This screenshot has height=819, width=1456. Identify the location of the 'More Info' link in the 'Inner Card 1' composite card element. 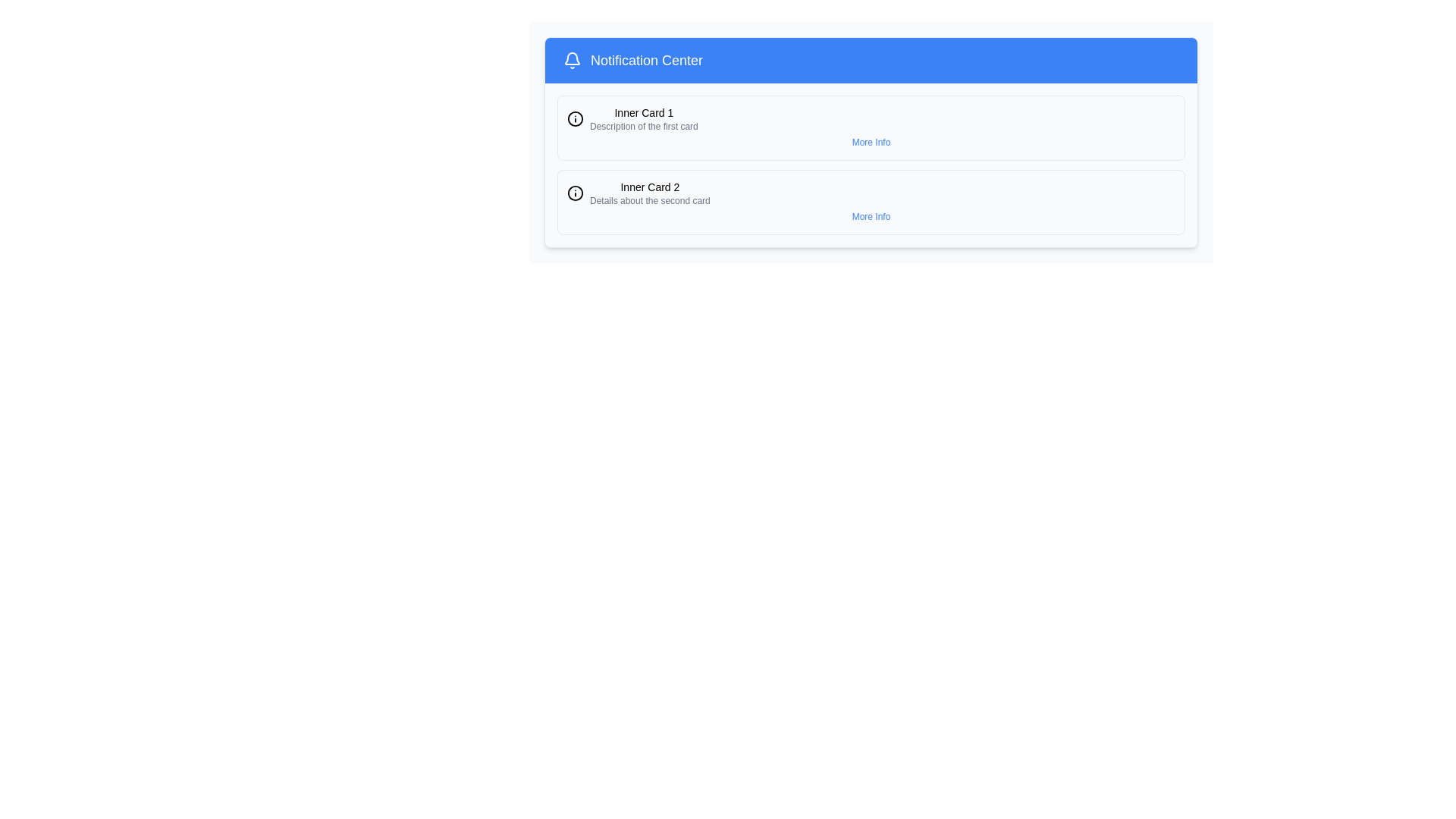
(871, 127).